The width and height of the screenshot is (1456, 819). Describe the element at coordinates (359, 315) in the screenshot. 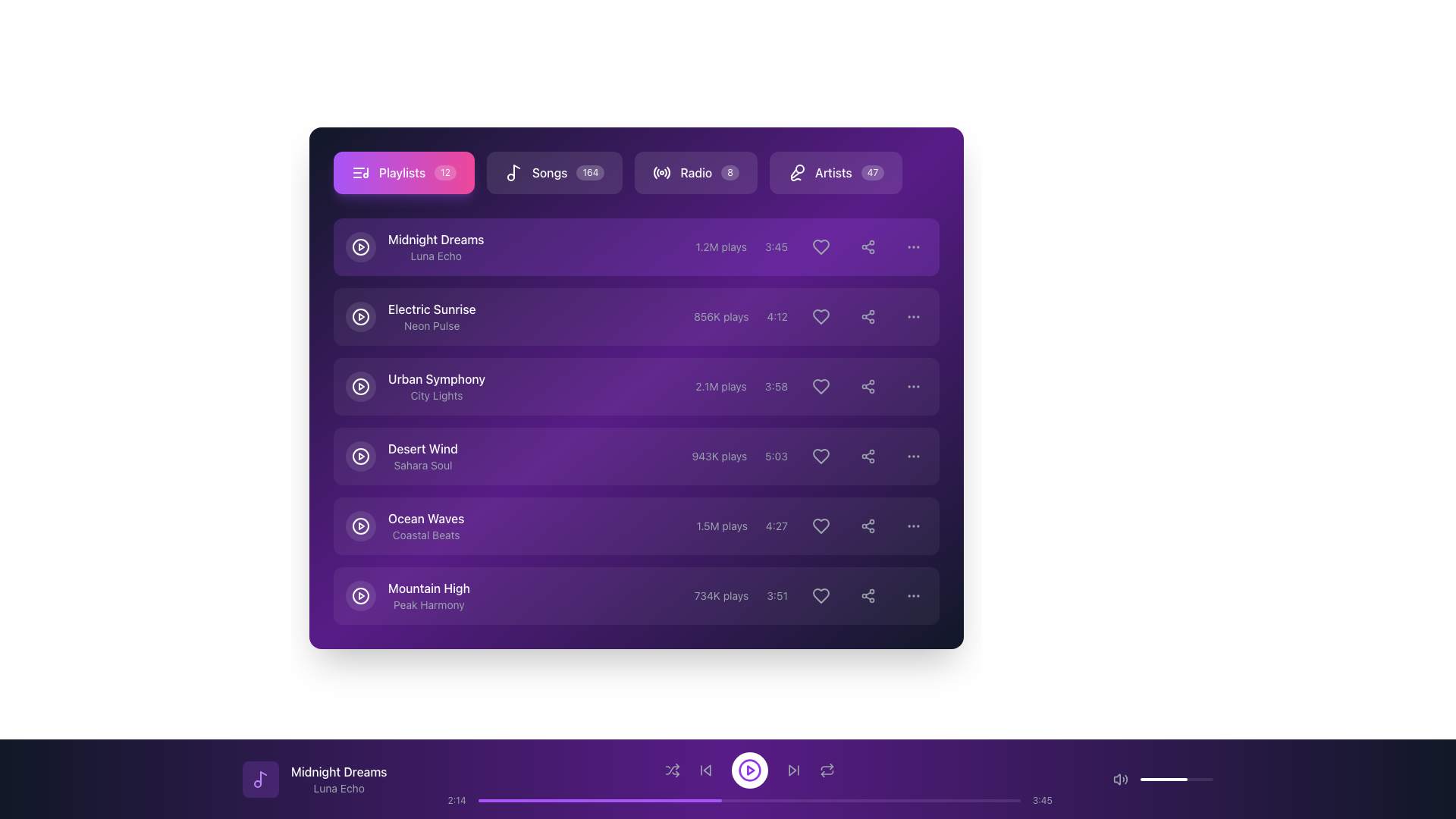

I see `the play button icon located in the 'Electric Sunrise' list item to initiate playback of the track` at that location.